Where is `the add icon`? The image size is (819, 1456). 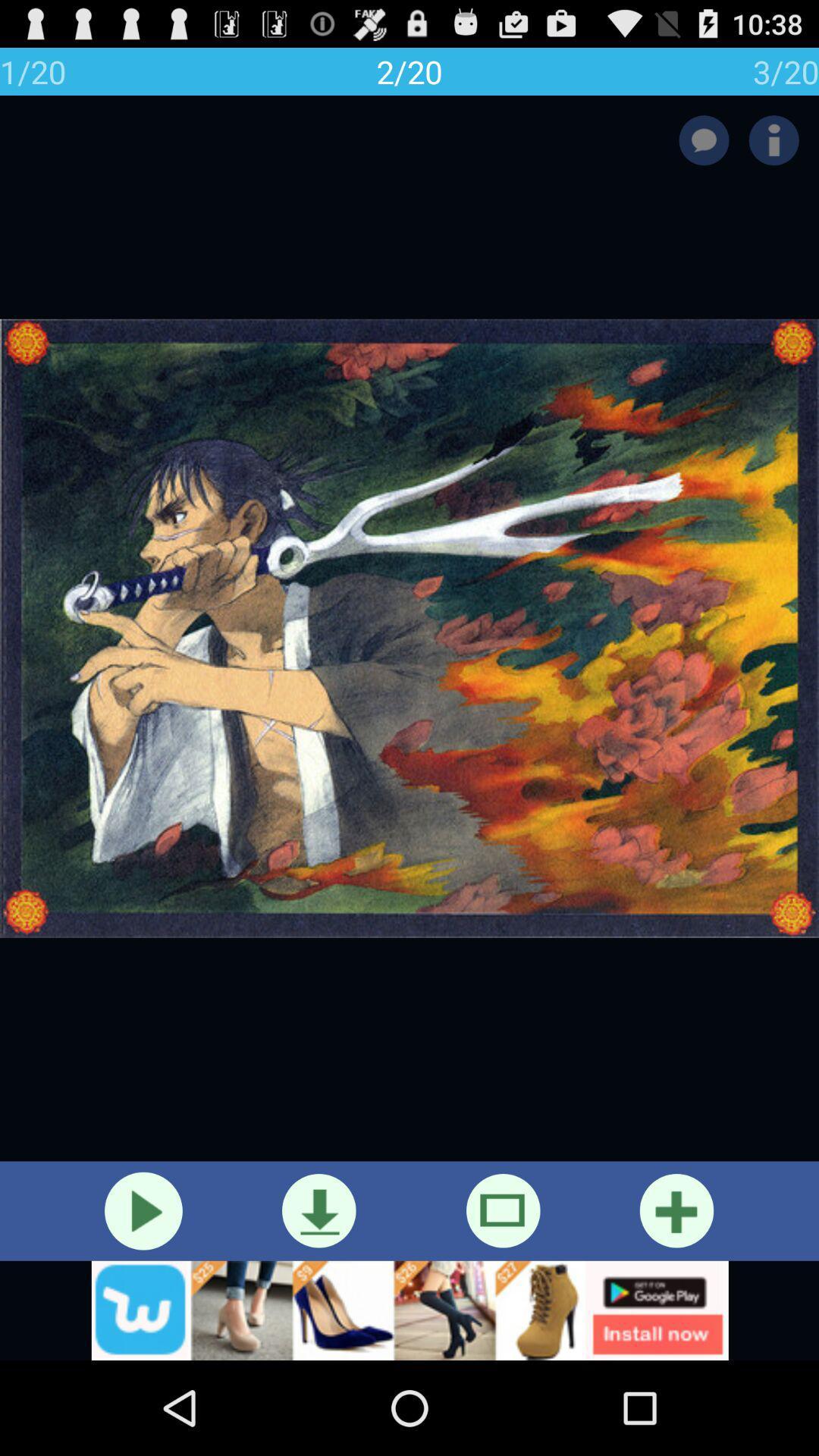
the add icon is located at coordinates (676, 1294).